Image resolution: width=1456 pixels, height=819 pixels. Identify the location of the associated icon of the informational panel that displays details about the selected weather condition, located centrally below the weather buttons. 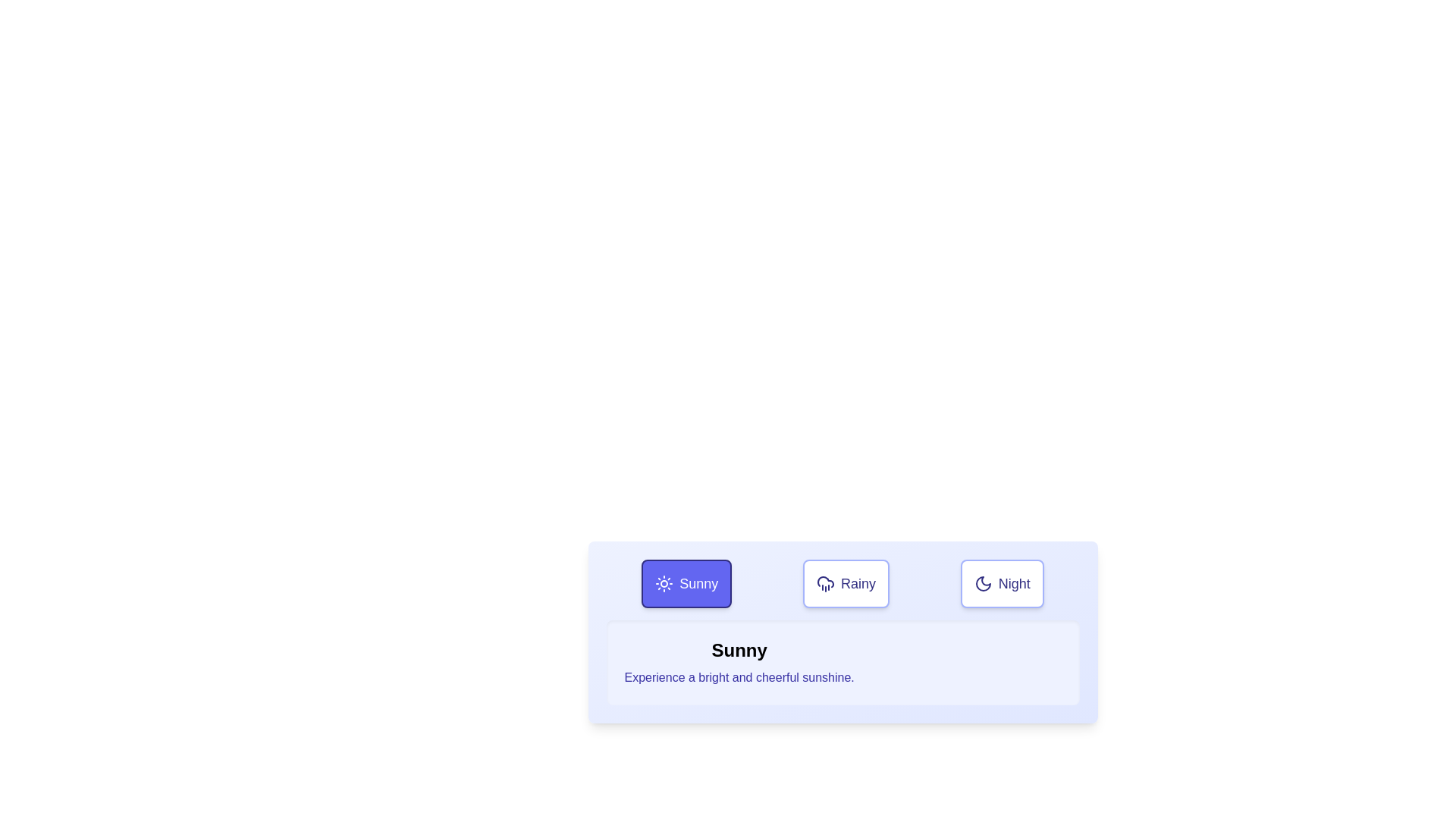
(842, 632).